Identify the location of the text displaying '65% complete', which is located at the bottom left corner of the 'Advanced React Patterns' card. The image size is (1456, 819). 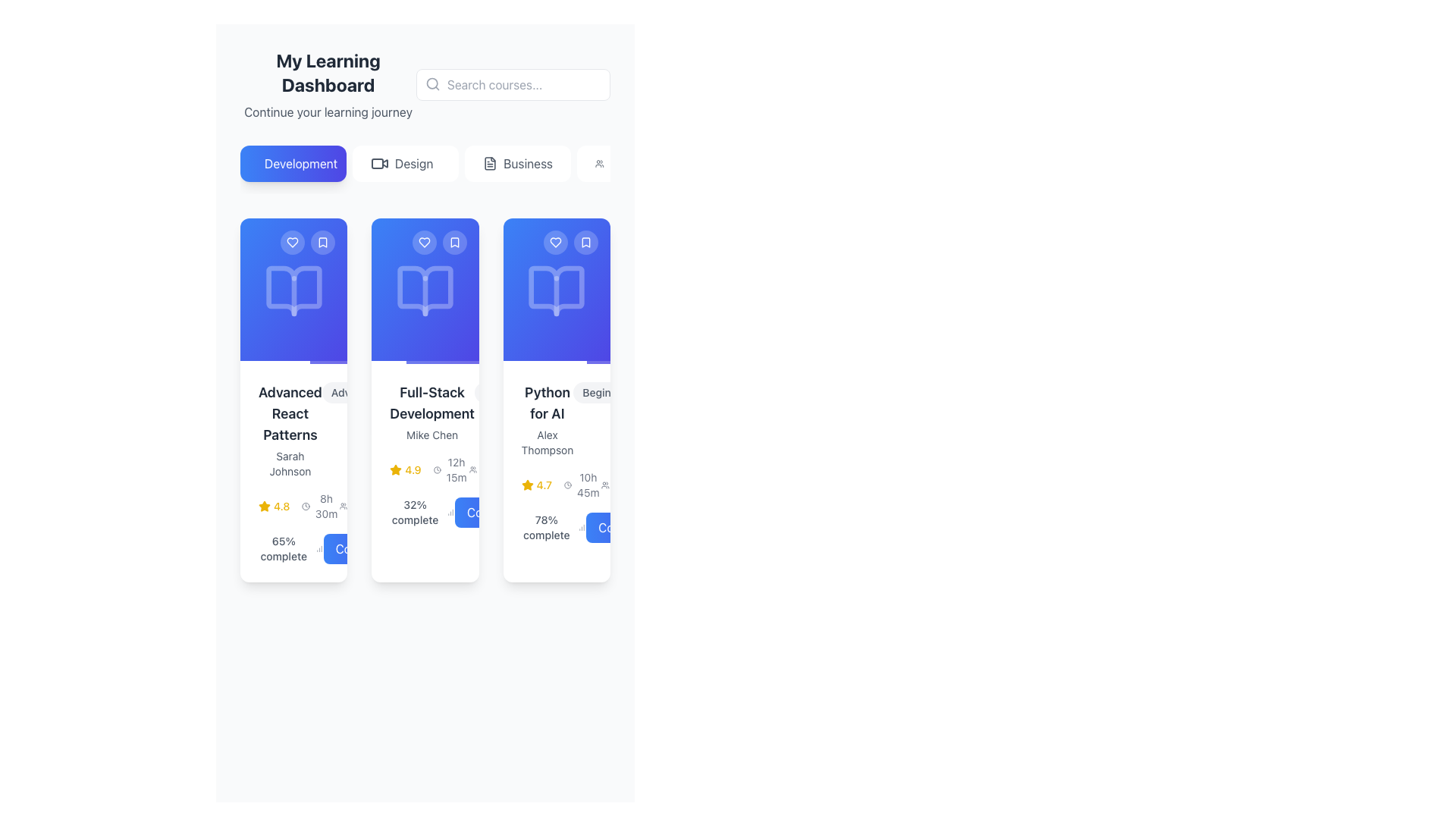
(290, 549).